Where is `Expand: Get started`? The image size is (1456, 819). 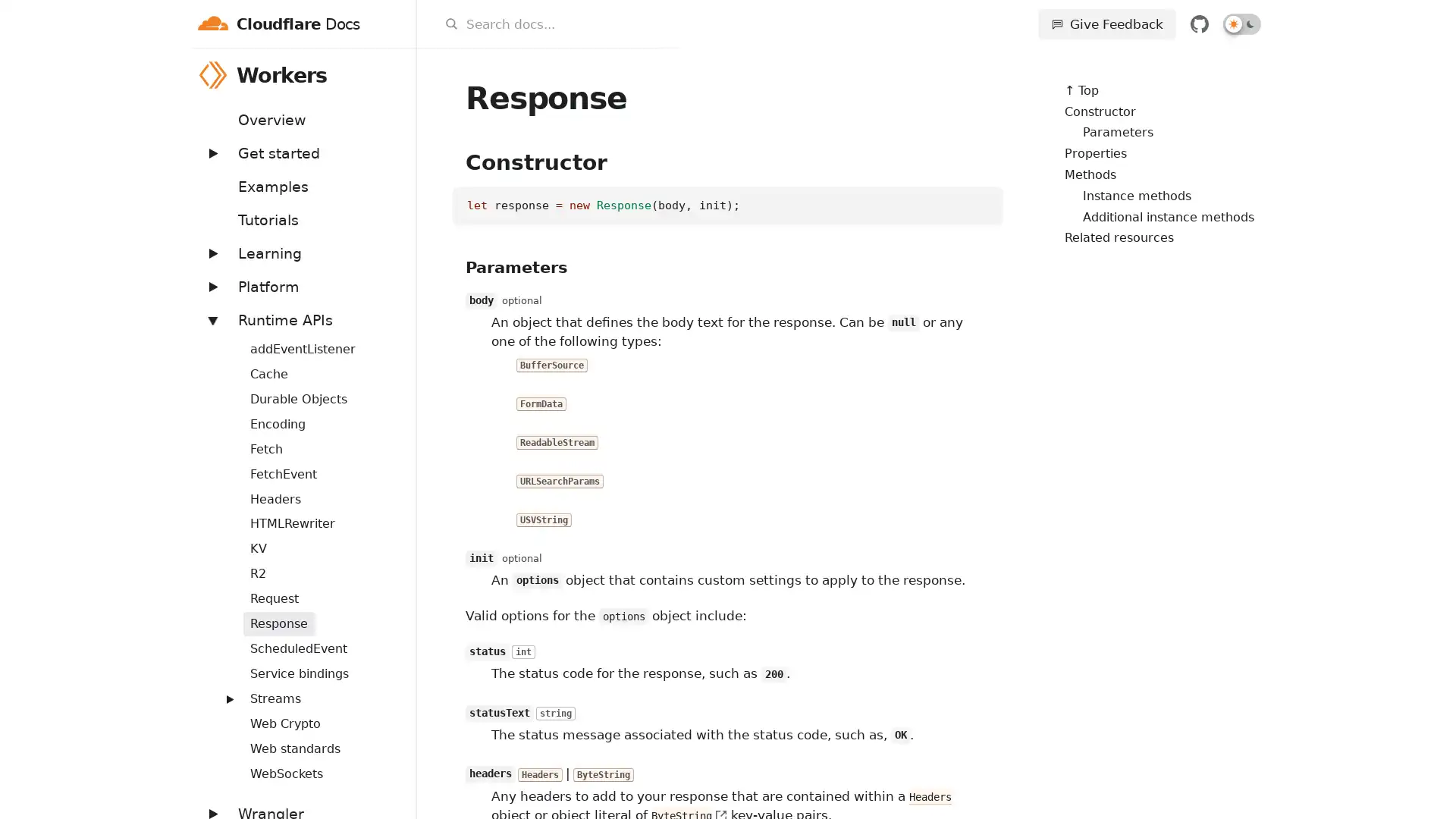 Expand: Get started is located at coordinates (211, 152).